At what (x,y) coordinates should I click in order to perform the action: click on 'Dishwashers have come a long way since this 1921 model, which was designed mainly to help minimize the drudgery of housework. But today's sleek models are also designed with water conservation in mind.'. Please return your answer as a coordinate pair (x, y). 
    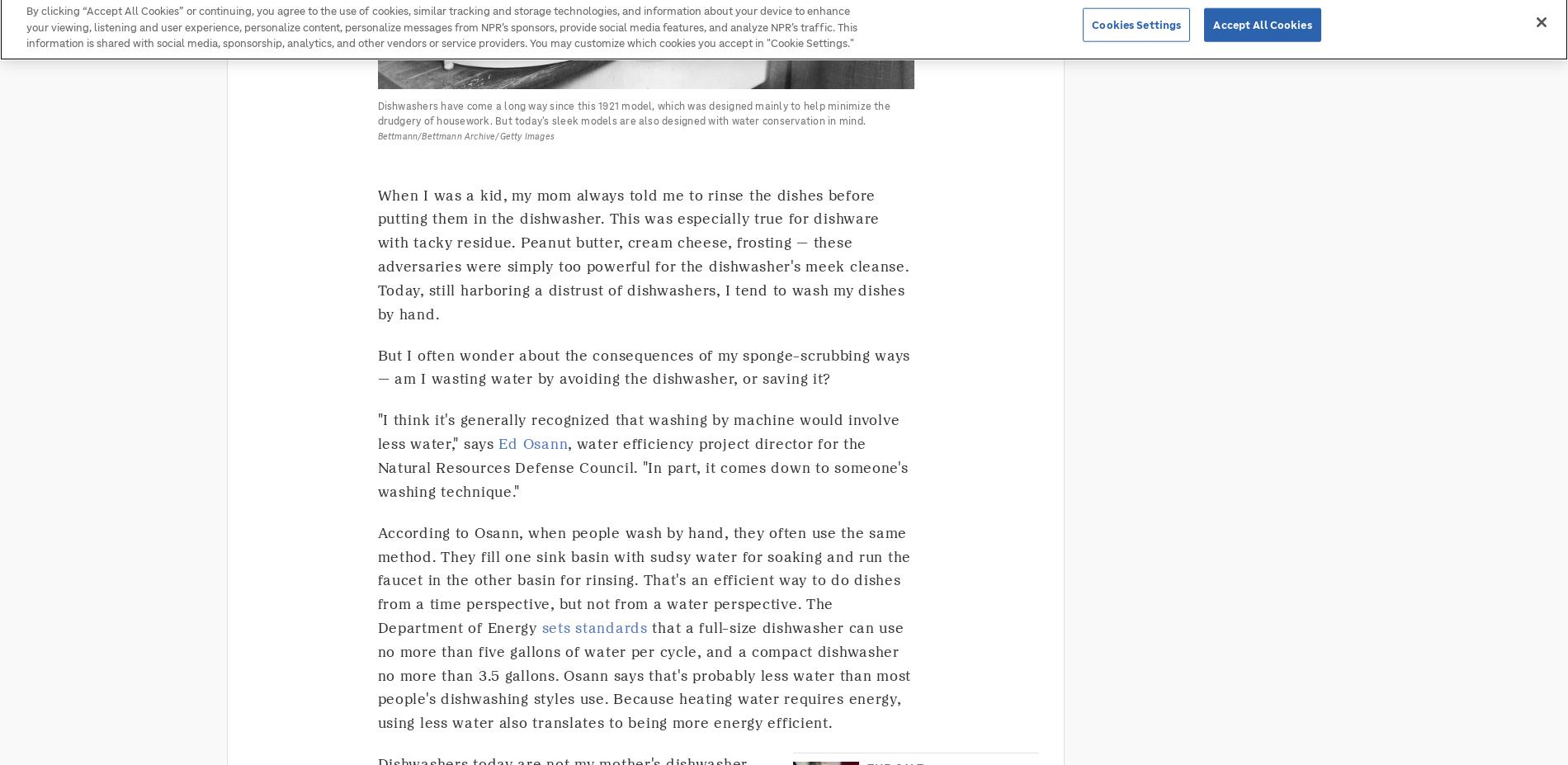
    Looking at the image, I should click on (375, 111).